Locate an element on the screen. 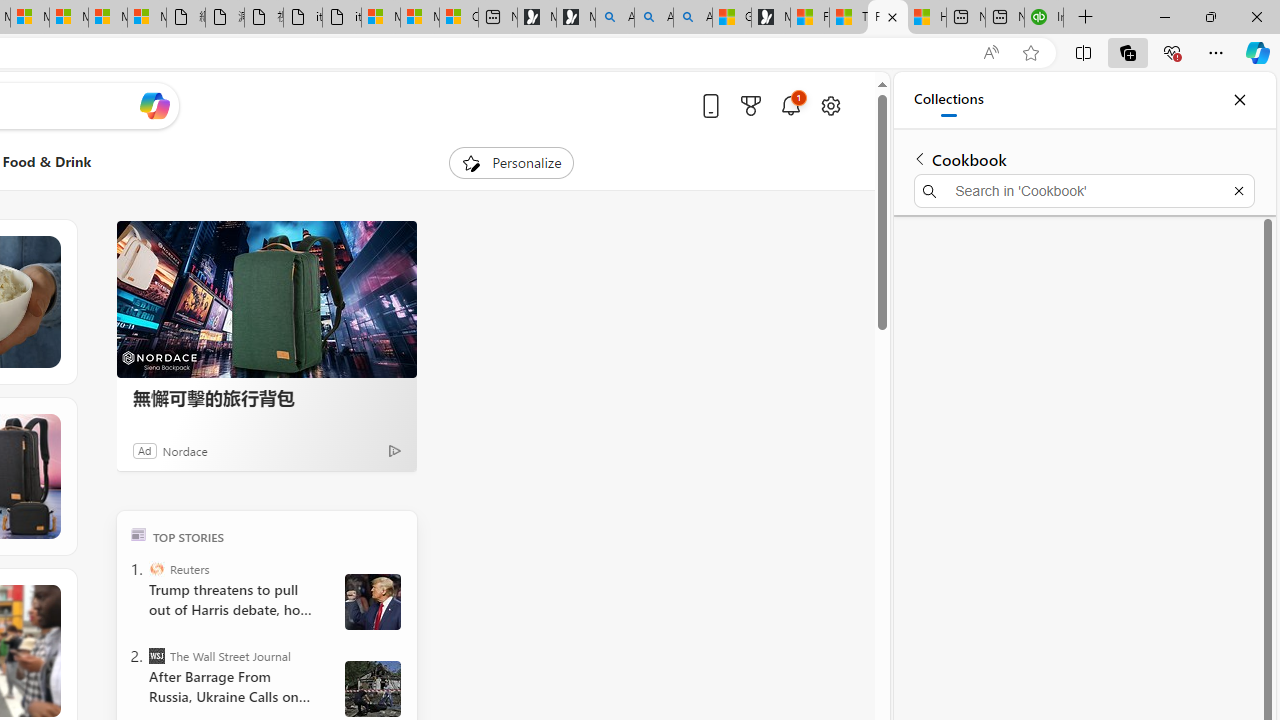 This screenshot has height=720, width=1280. 'Ad Choice' is located at coordinates (394, 450).